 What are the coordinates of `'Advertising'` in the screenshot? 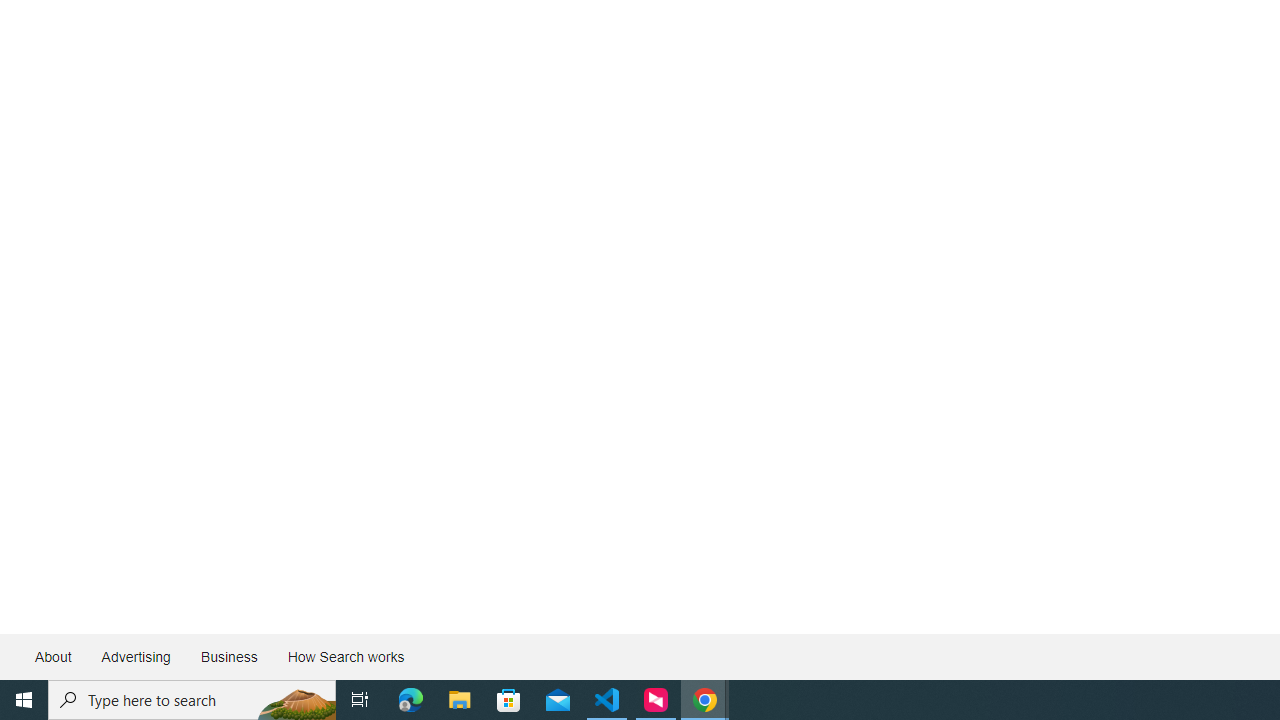 It's located at (134, 657).